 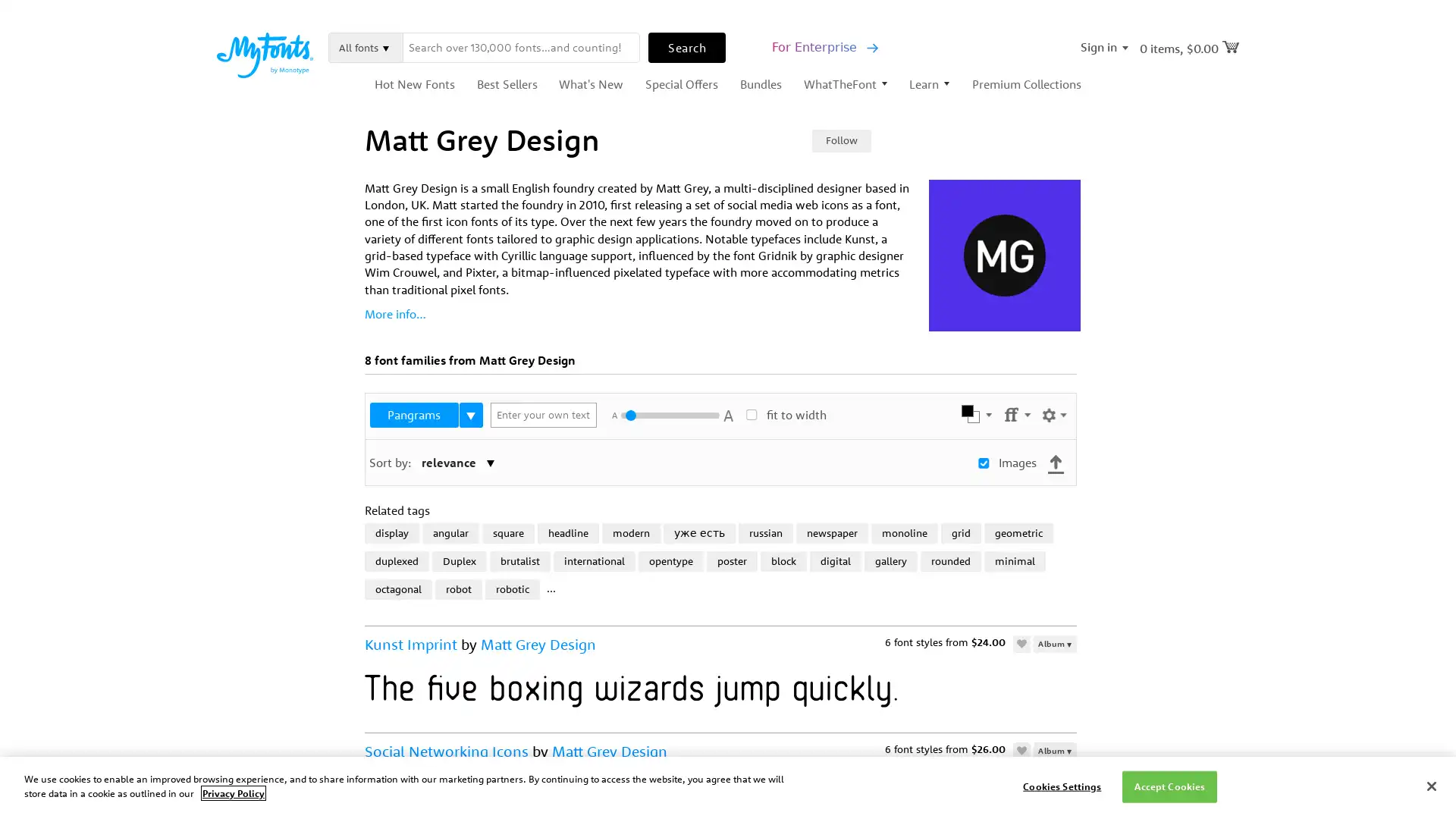 I want to click on Search, so click(x=686, y=45).